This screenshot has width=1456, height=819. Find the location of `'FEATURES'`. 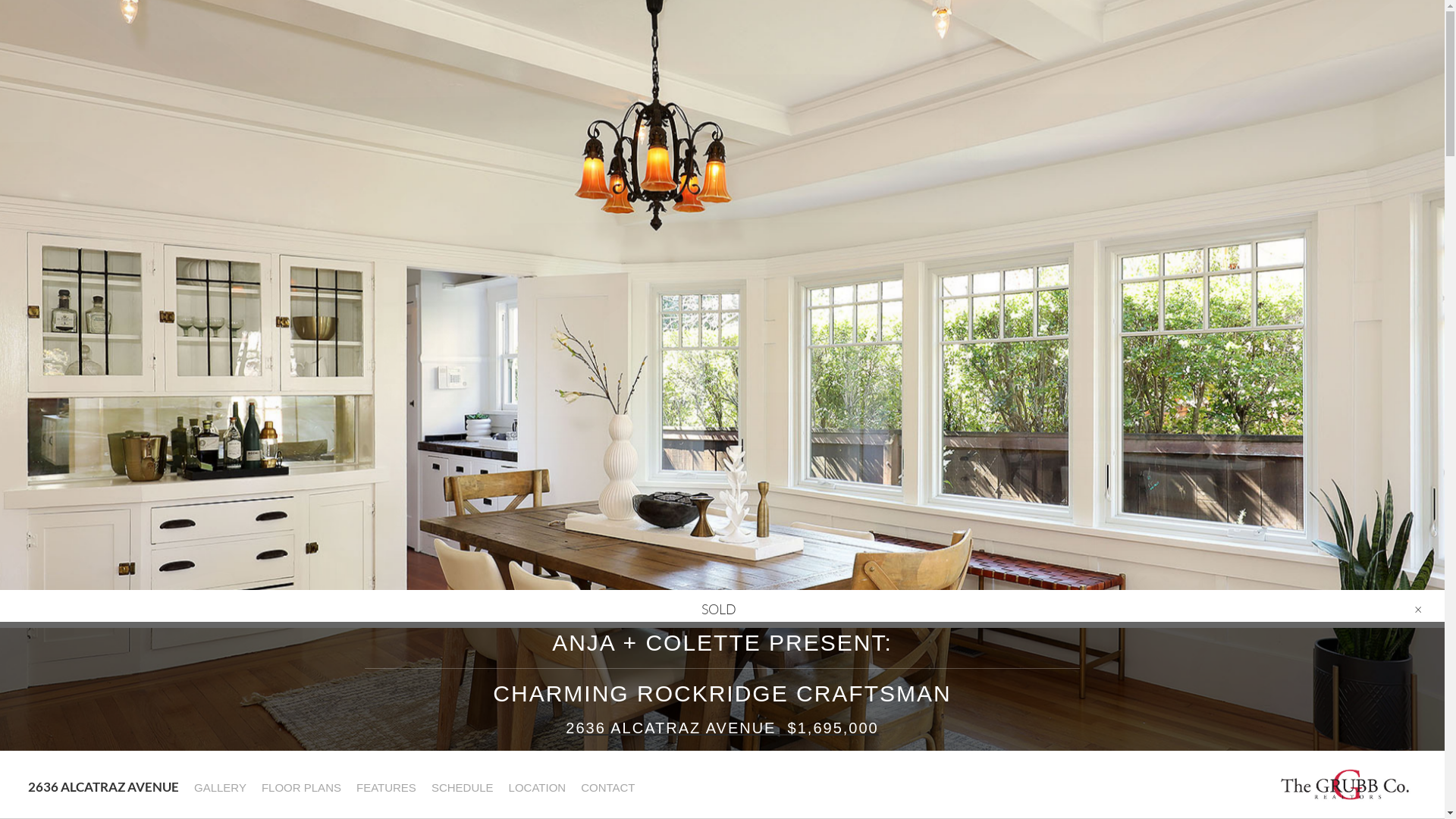

'FEATURES' is located at coordinates (385, 786).